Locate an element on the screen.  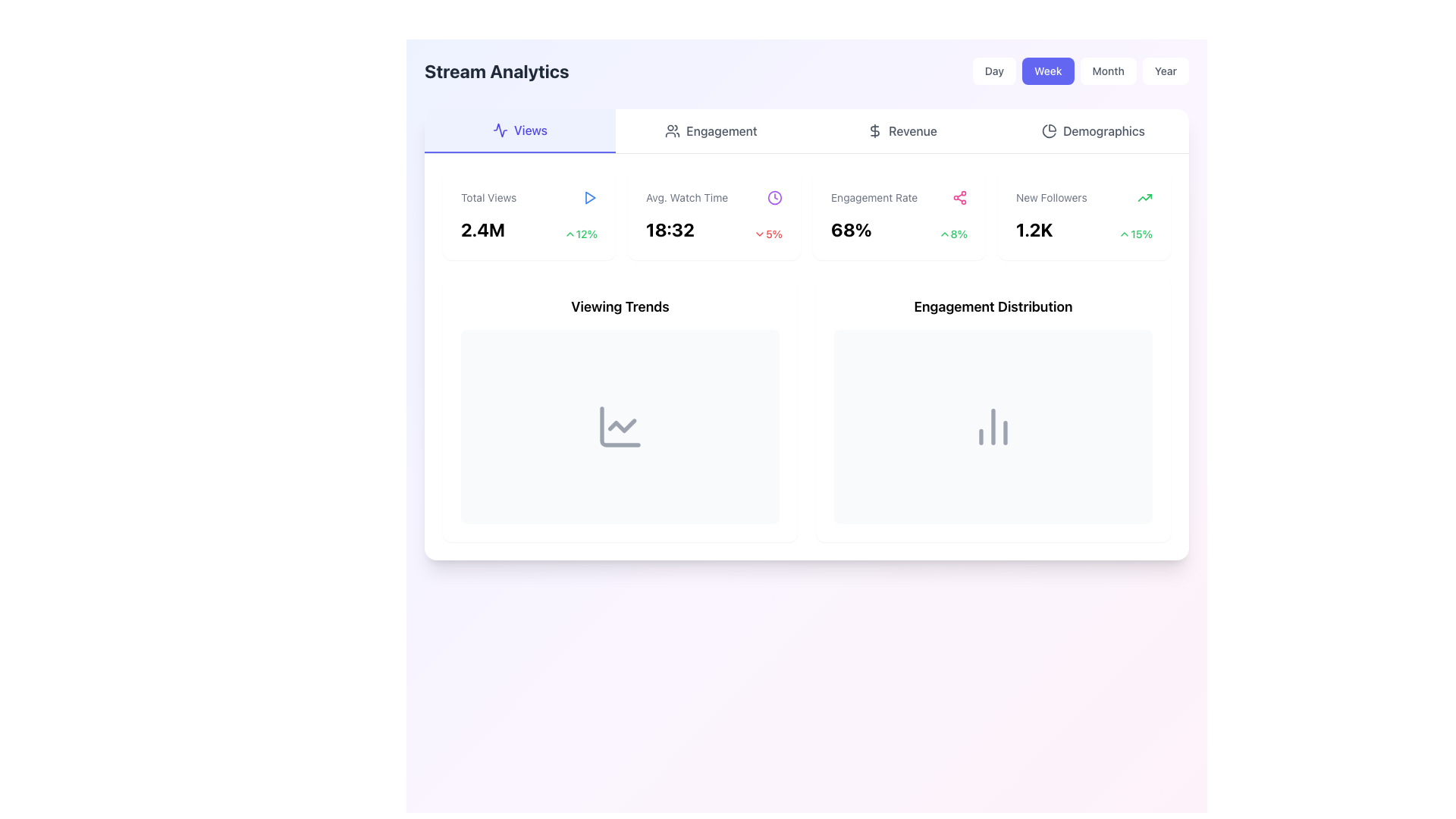
numerical value displayed in the large, bold text label '1.2K' located in the top-right portion of the dashboard, under the 'New Followers' header is located at coordinates (1034, 230).